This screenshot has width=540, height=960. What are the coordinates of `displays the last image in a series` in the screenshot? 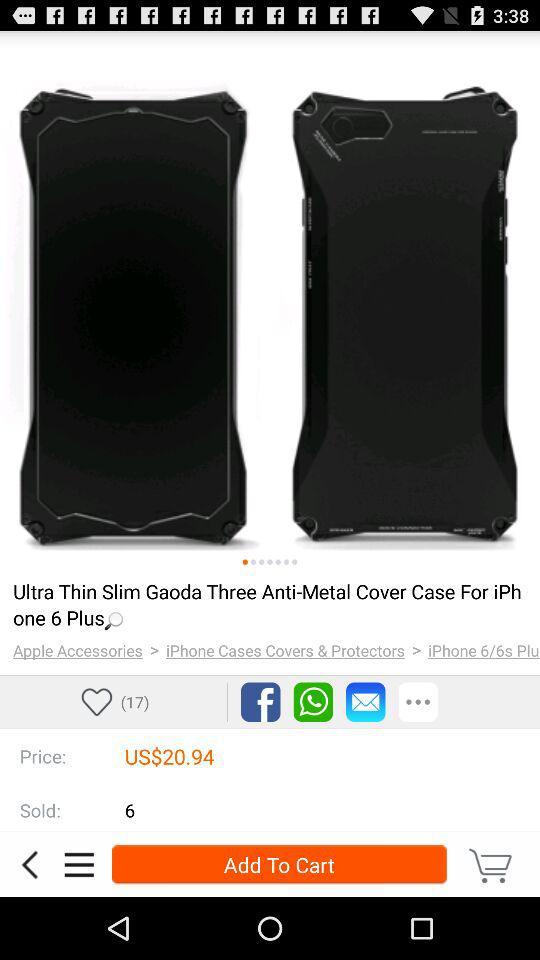 It's located at (293, 562).